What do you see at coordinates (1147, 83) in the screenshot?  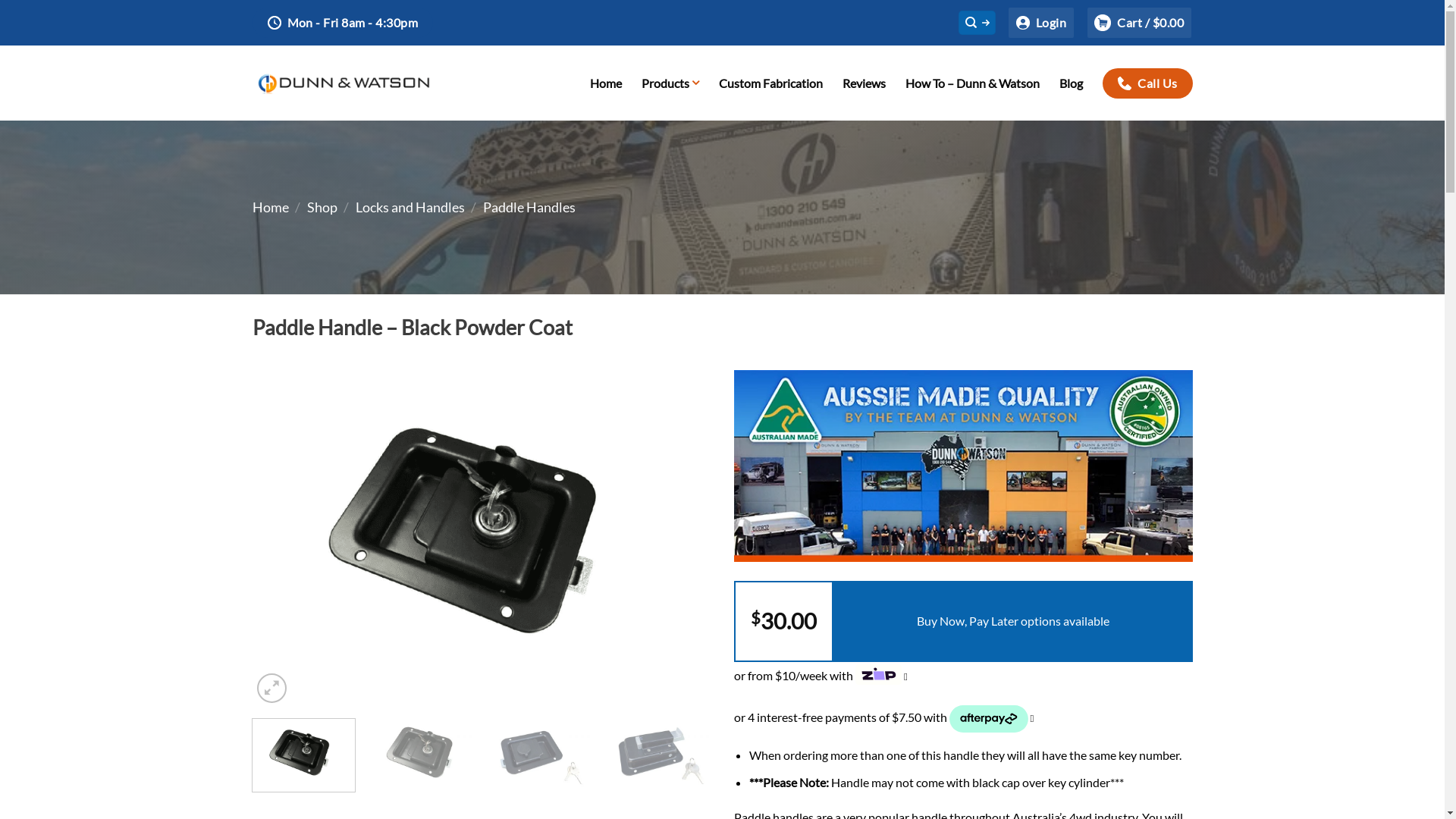 I see `'Call Us'` at bounding box center [1147, 83].